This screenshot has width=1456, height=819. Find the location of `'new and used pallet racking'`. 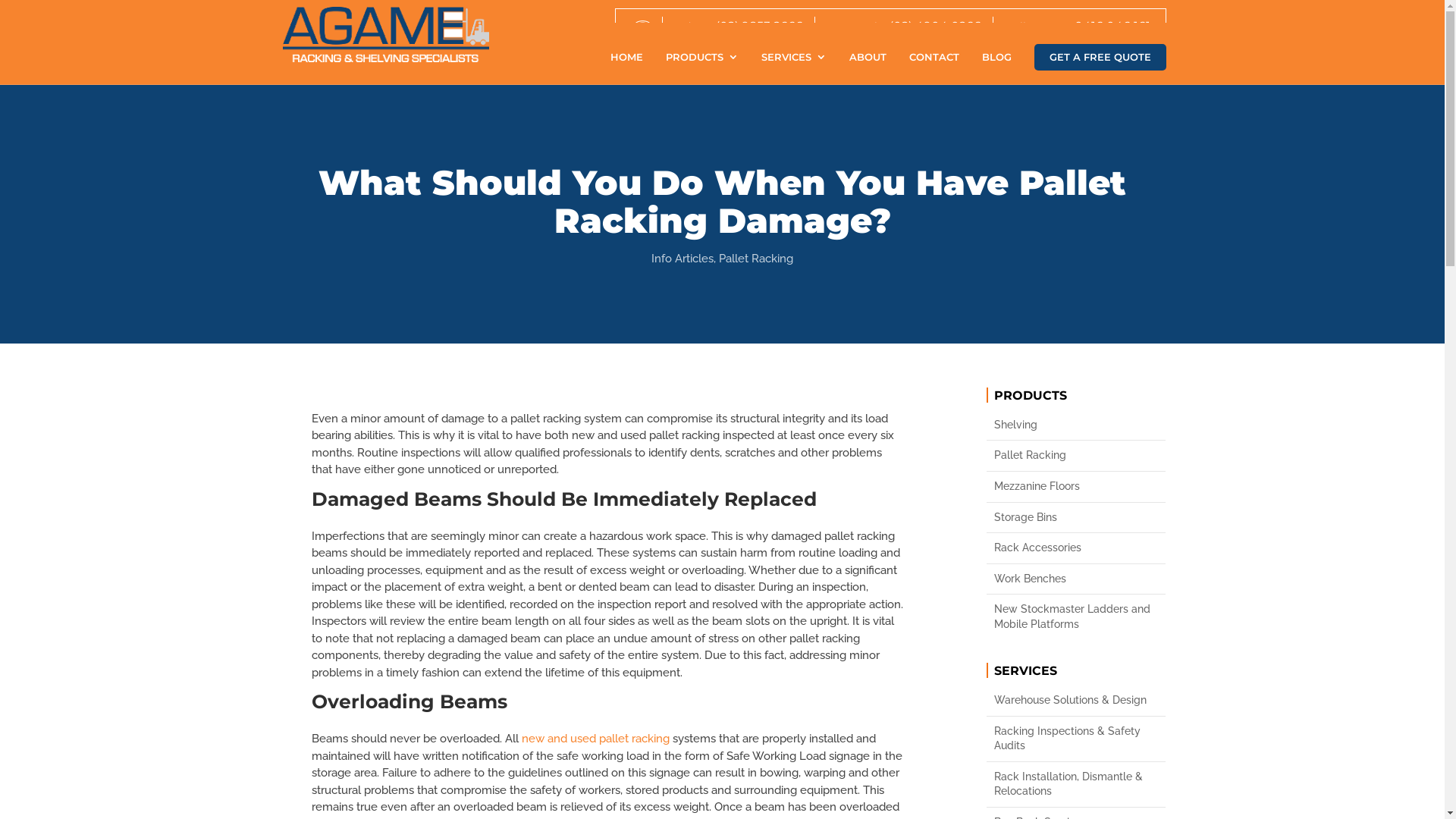

'new and used pallet racking' is located at coordinates (595, 738).